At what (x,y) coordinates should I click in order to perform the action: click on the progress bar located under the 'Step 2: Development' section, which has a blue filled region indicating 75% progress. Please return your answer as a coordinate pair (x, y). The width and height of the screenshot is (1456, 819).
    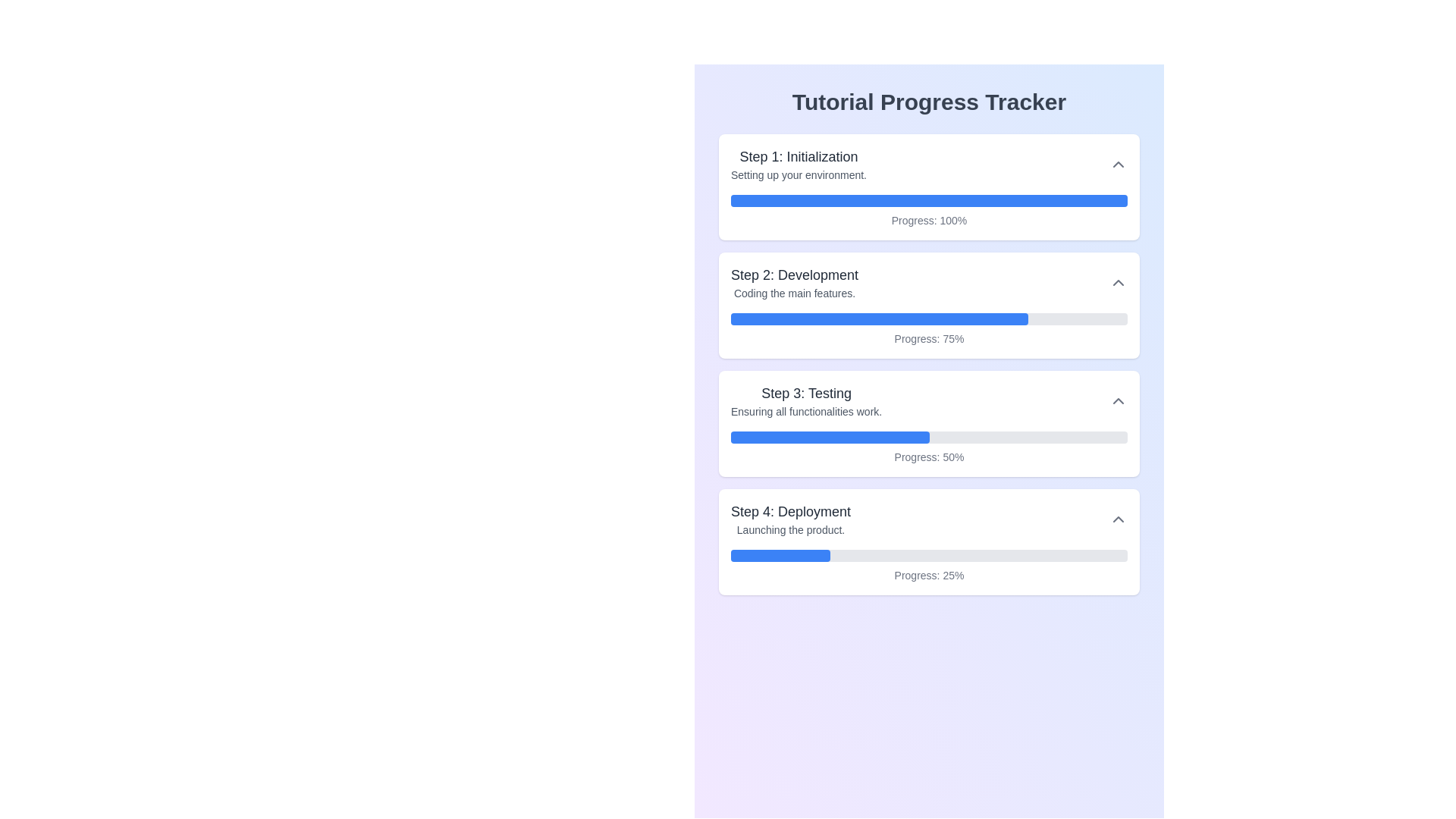
    Looking at the image, I should click on (928, 318).